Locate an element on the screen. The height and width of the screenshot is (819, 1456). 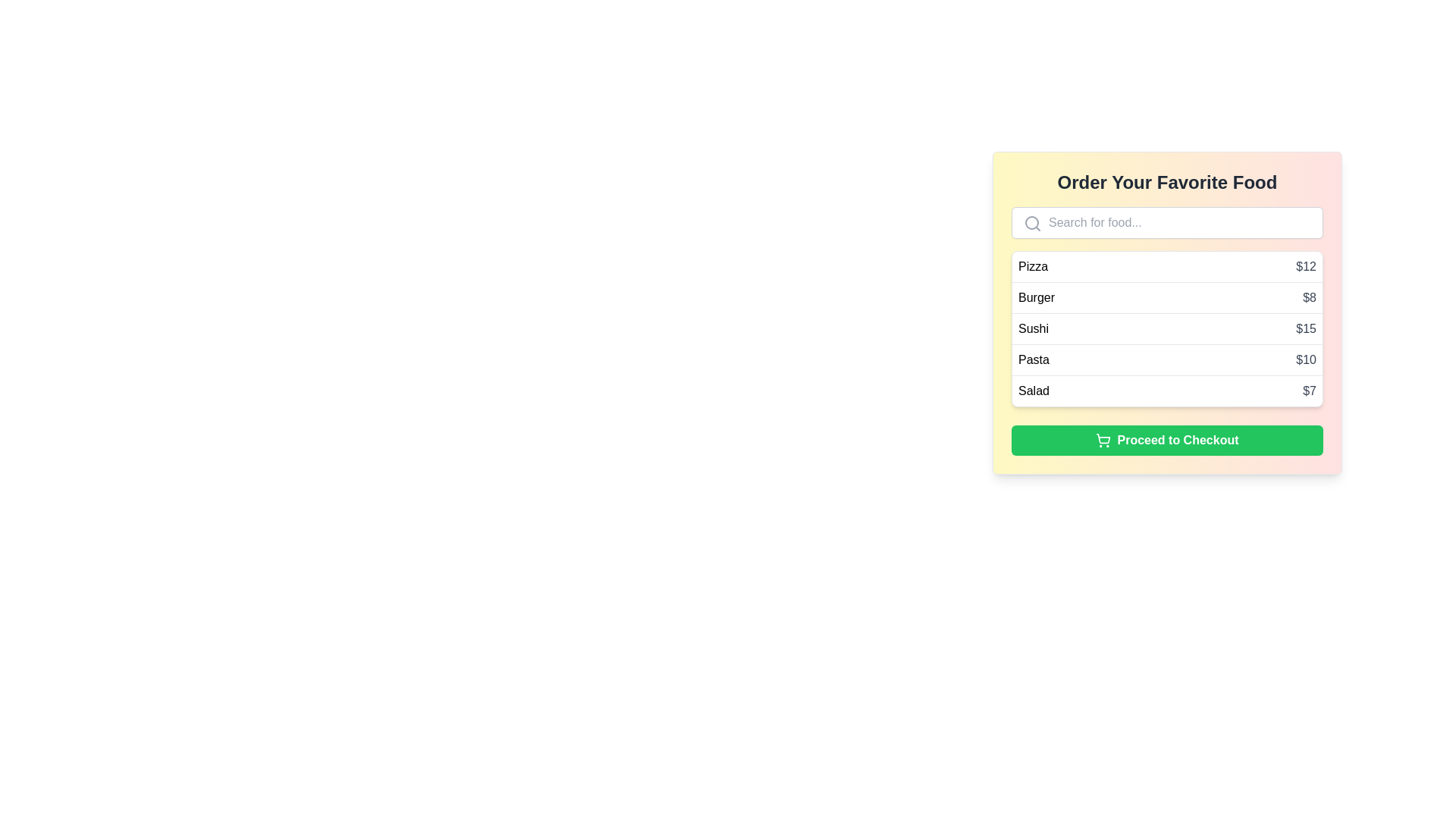
the 'Pasta' list item is located at coordinates (1166, 359).